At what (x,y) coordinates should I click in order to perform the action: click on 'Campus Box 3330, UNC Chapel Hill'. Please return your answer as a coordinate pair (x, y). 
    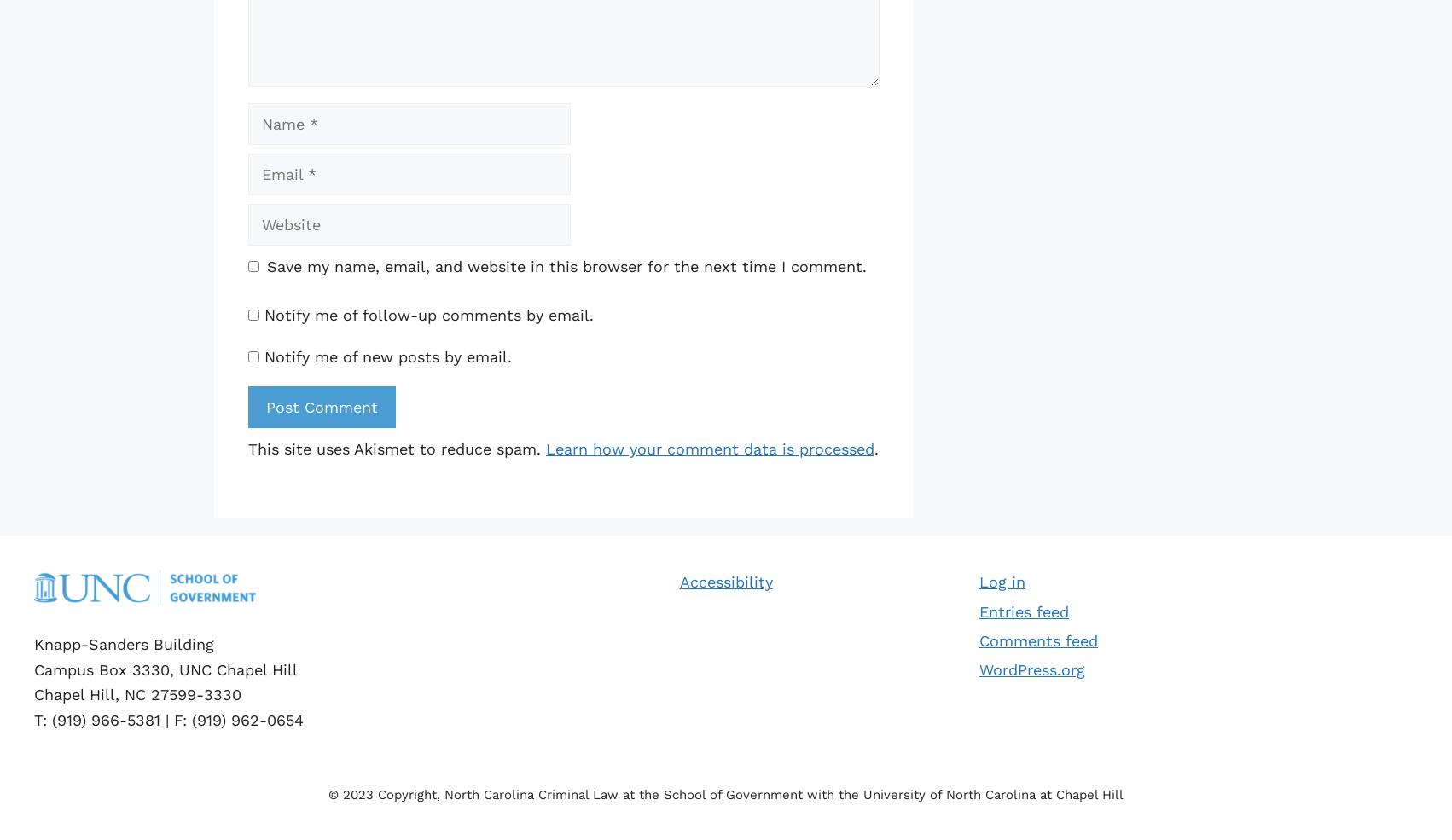
    Looking at the image, I should click on (165, 669).